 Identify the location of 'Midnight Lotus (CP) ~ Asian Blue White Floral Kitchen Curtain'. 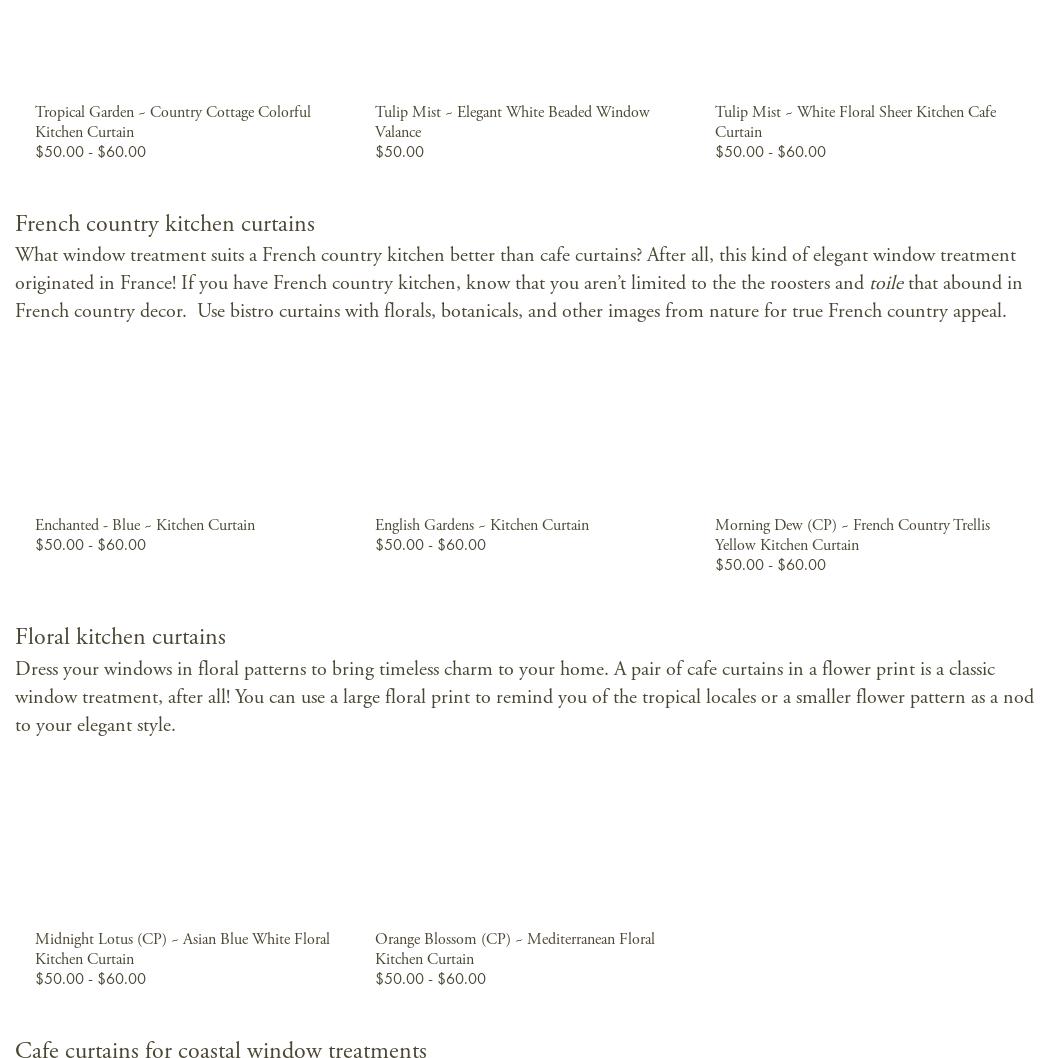
(181, 949).